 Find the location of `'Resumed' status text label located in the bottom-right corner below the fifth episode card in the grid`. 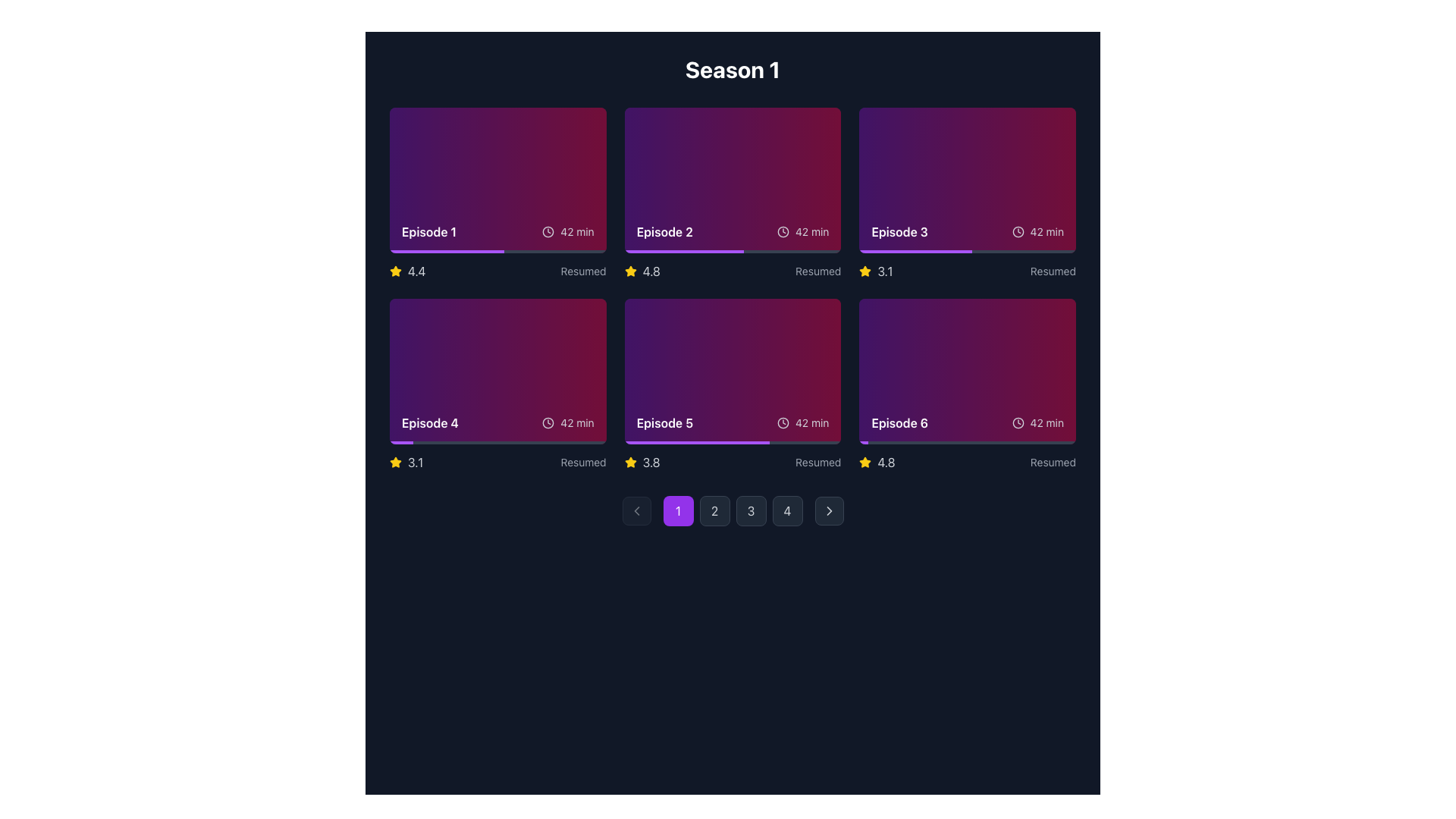

'Resumed' status text label located in the bottom-right corner below the fifth episode card in the grid is located at coordinates (817, 461).